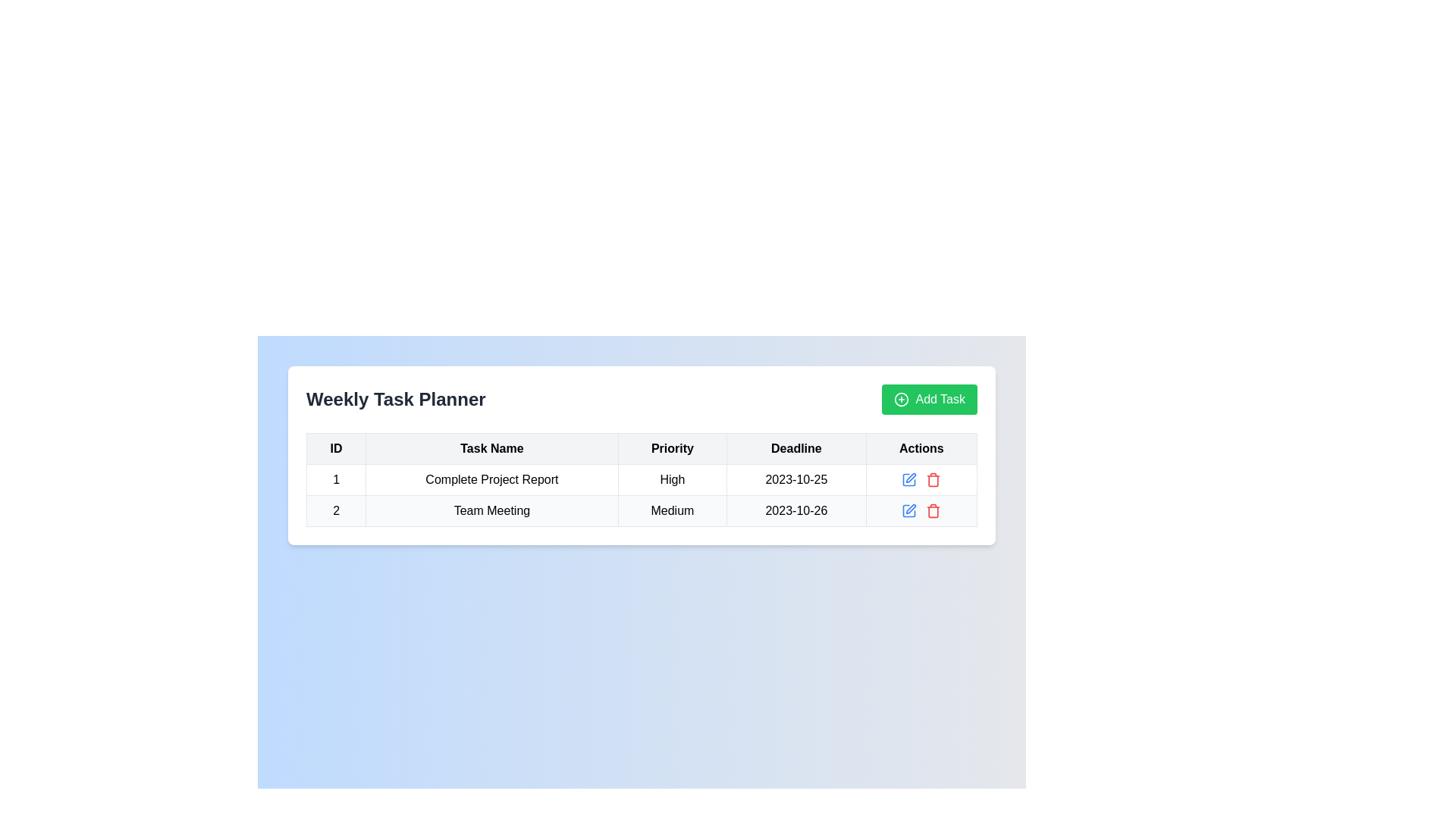 This screenshot has height=819, width=1456. What do you see at coordinates (909, 479) in the screenshot?
I see `the square outline of the SVG icon located in the 'Actions' column of the row labeled '1' to interact with the composite icon` at bounding box center [909, 479].